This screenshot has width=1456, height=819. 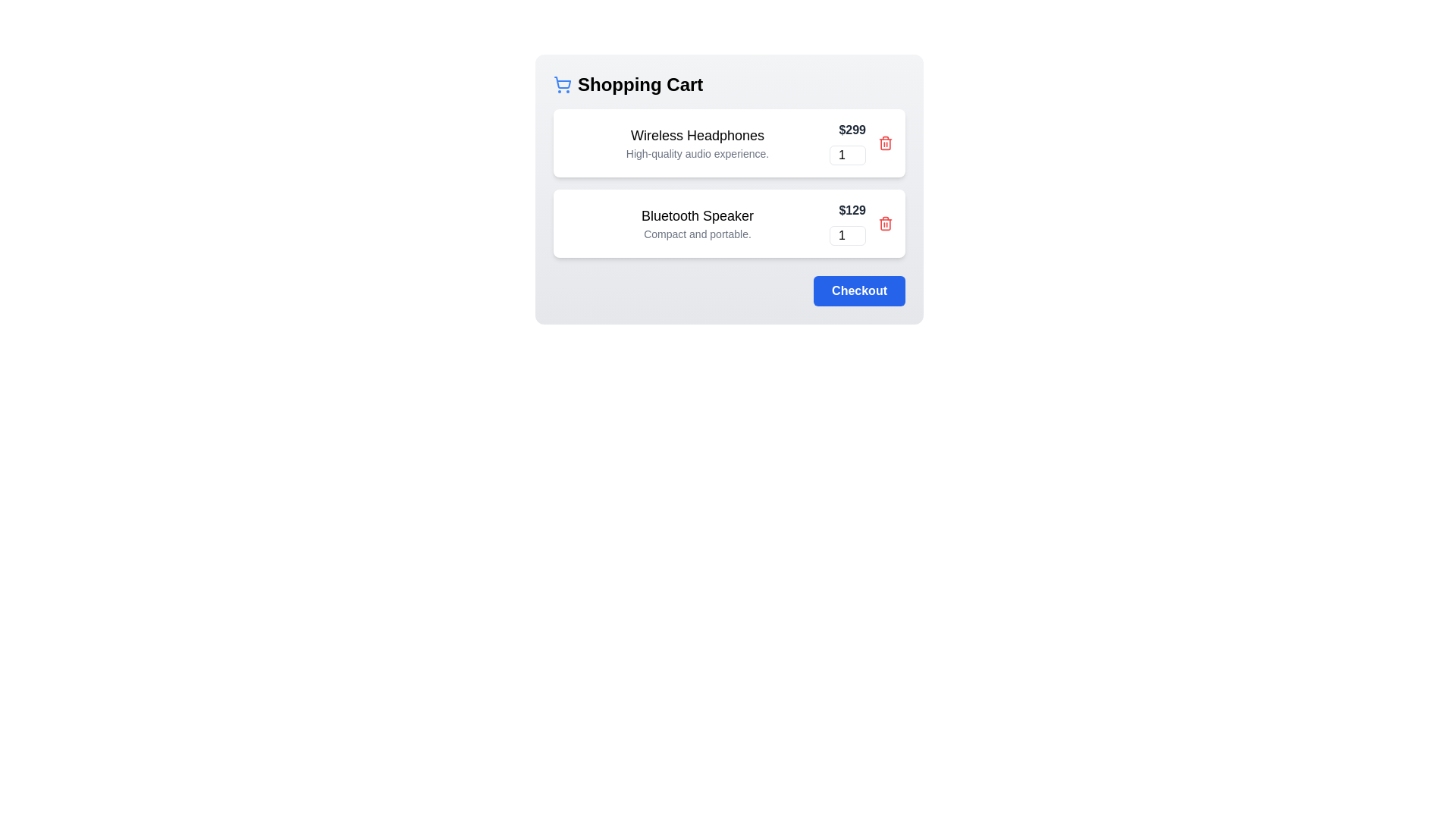 What do you see at coordinates (847, 155) in the screenshot?
I see `the quantity of the item to 67 by interacting with the input field` at bounding box center [847, 155].